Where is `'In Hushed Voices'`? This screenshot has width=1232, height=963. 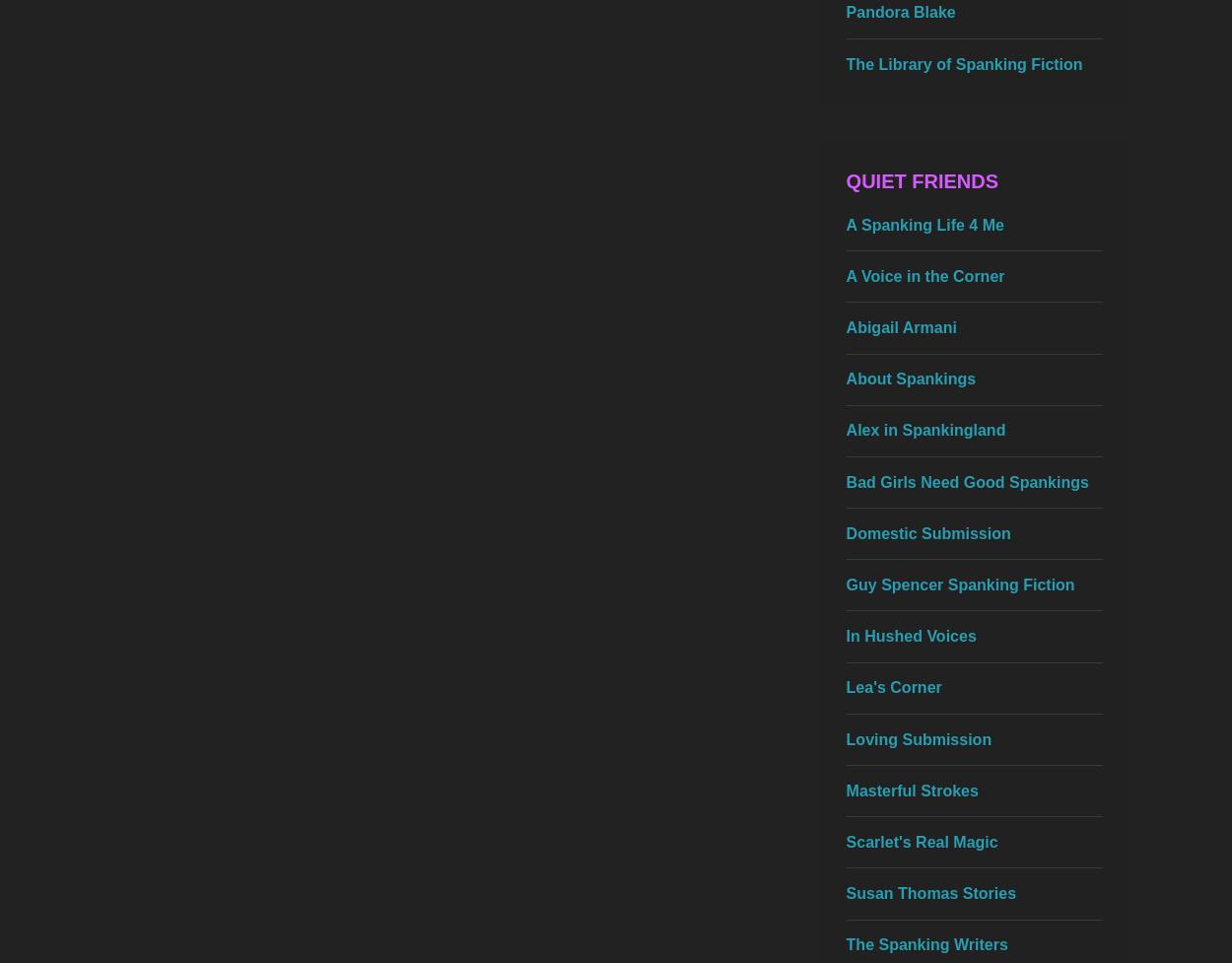
'In Hushed Voices' is located at coordinates (911, 635).